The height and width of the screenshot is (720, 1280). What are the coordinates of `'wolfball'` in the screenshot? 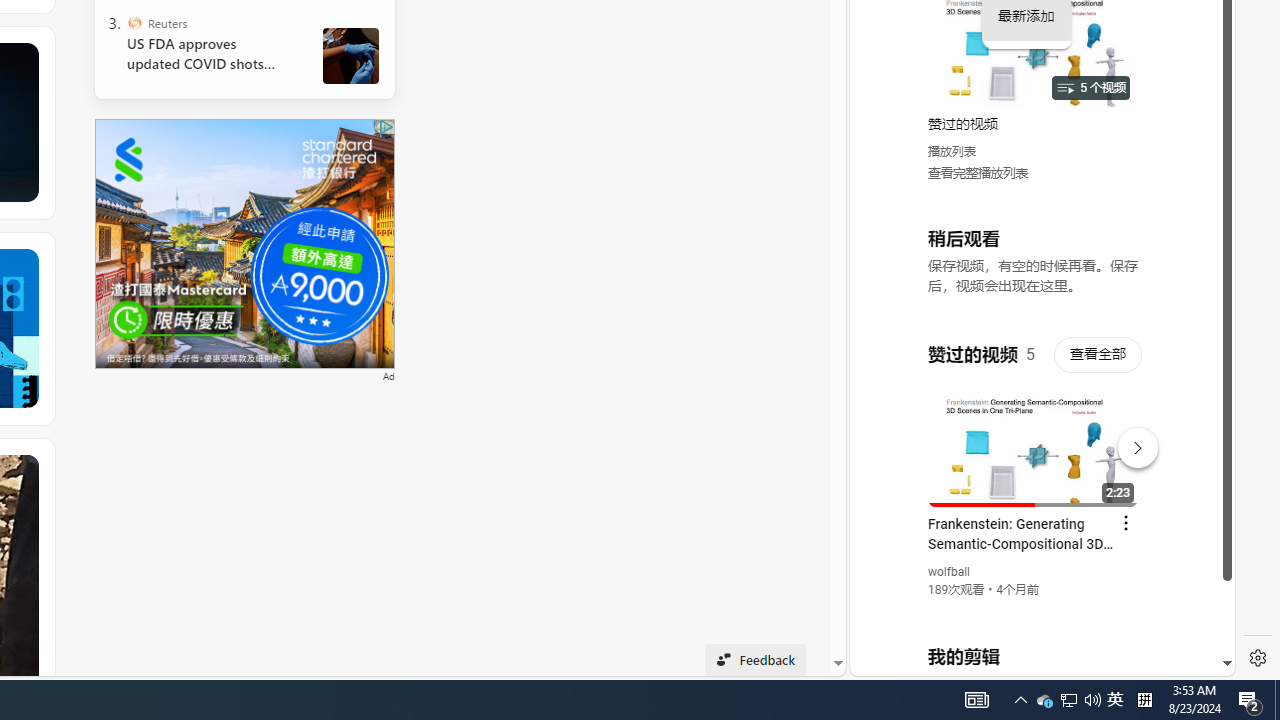 It's located at (948, 572).